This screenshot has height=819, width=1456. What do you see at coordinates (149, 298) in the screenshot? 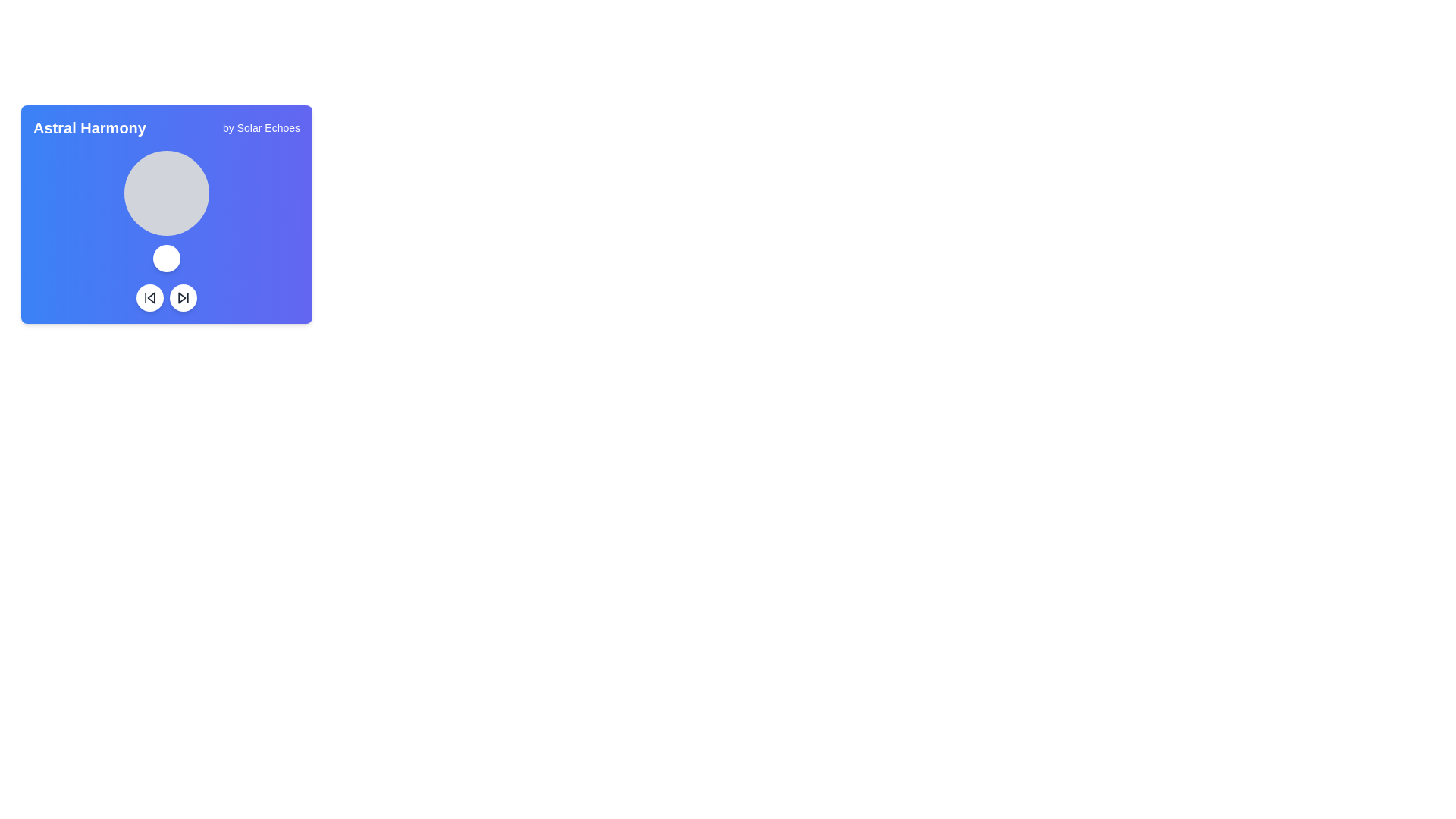
I see `the back button icon located at the bottom left of the interface` at bounding box center [149, 298].